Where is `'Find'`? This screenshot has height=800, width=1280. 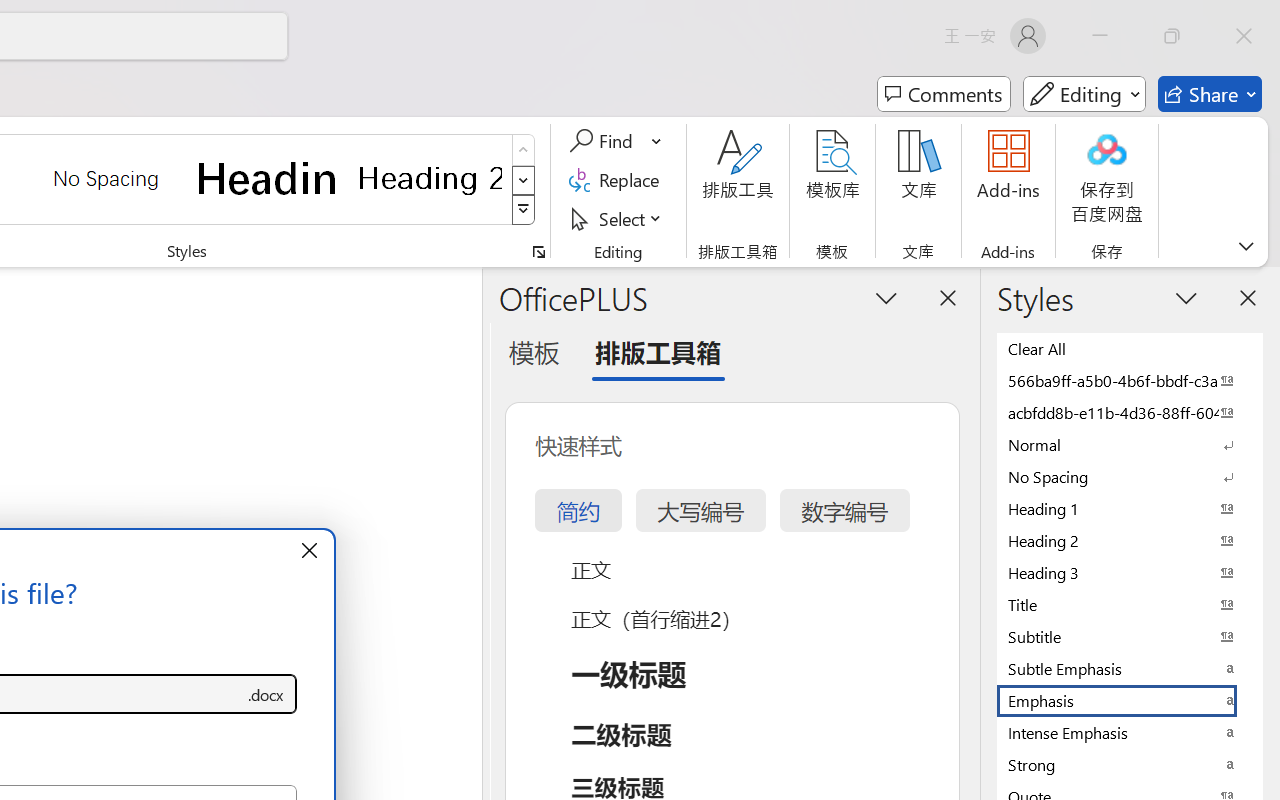
'Find' is located at coordinates (615, 141).